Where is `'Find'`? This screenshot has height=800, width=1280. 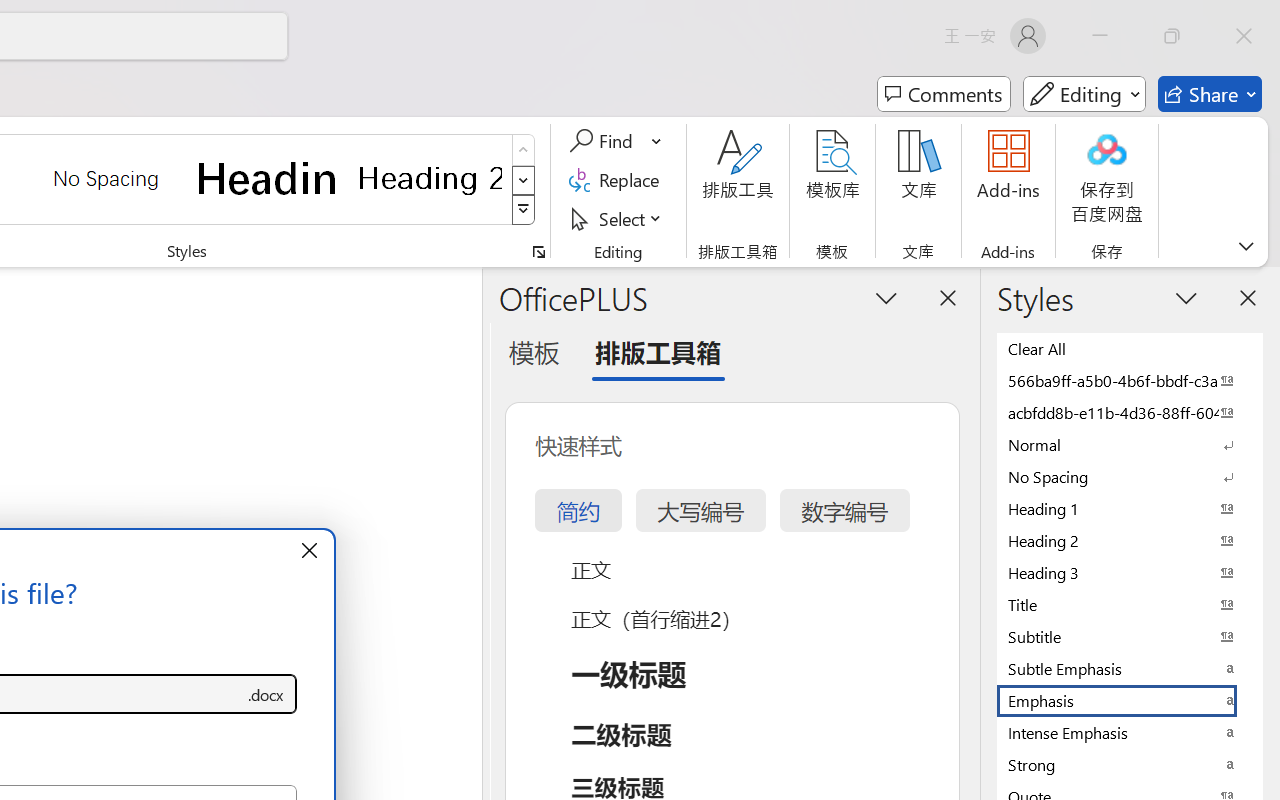
'Find' is located at coordinates (615, 141).